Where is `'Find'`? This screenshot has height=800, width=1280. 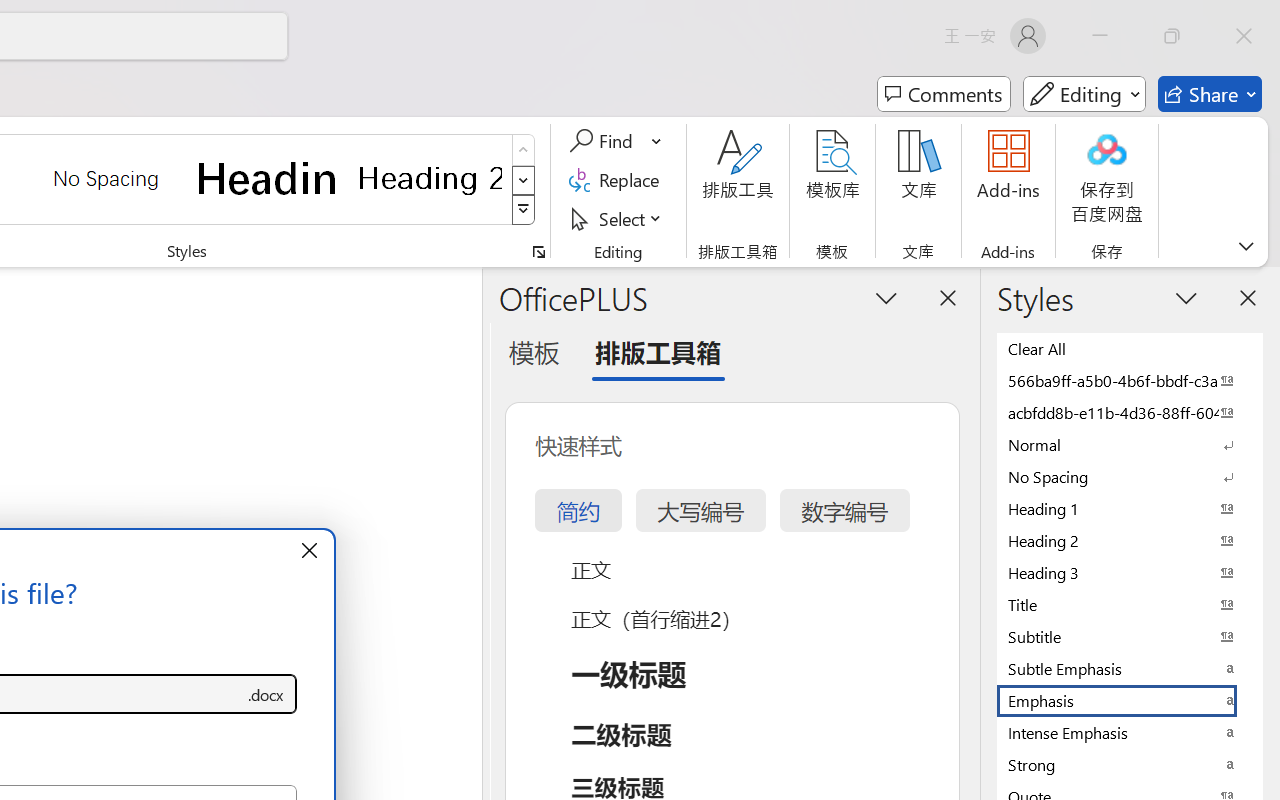
'Find' is located at coordinates (615, 141).